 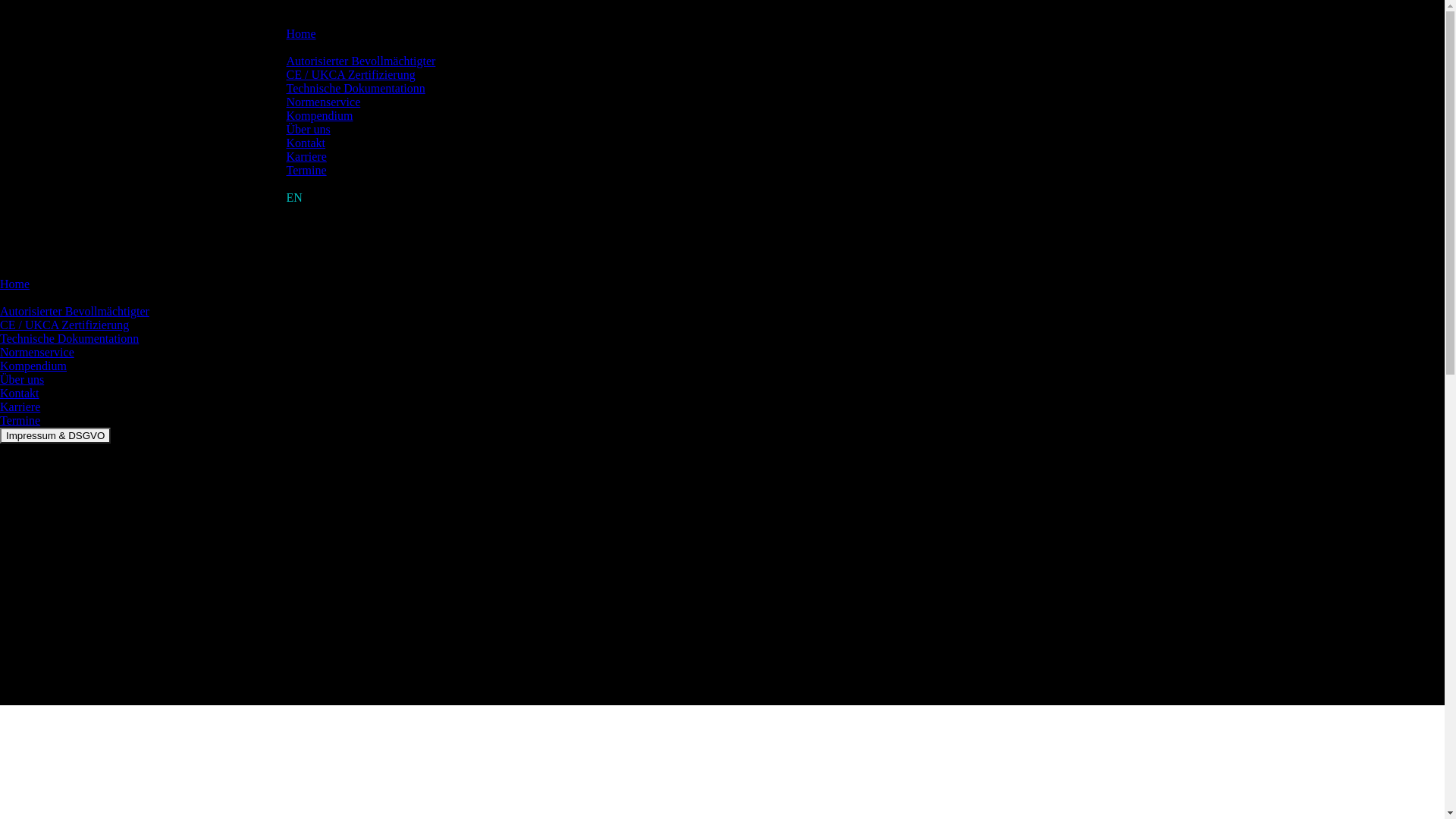 I want to click on 'Kompendium', so click(x=33, y=366).